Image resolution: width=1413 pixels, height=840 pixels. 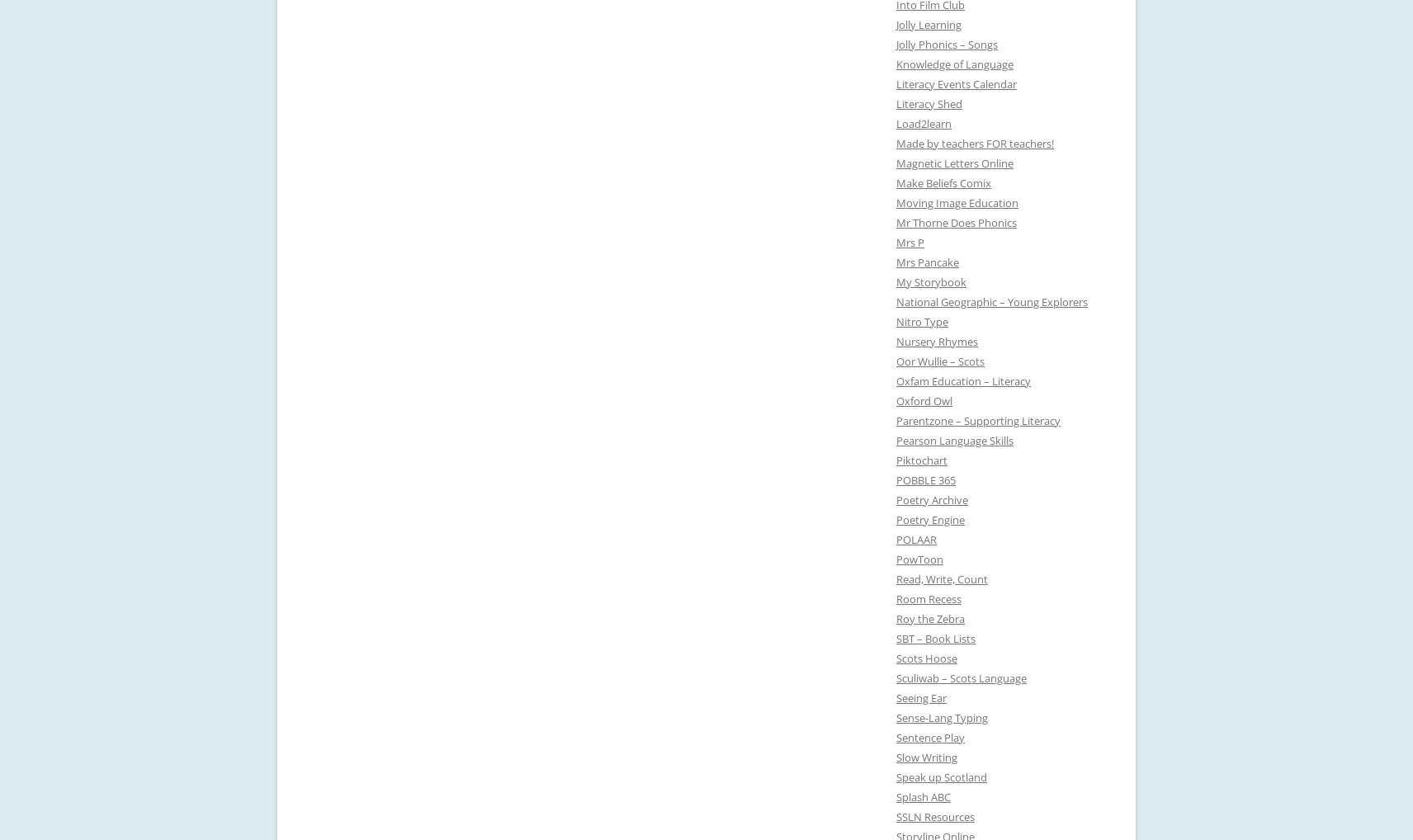 What do you see at coordinates (930, 519) in the screenshot?
I see `'Poetry Engine'` at bounding box center [930, 519].